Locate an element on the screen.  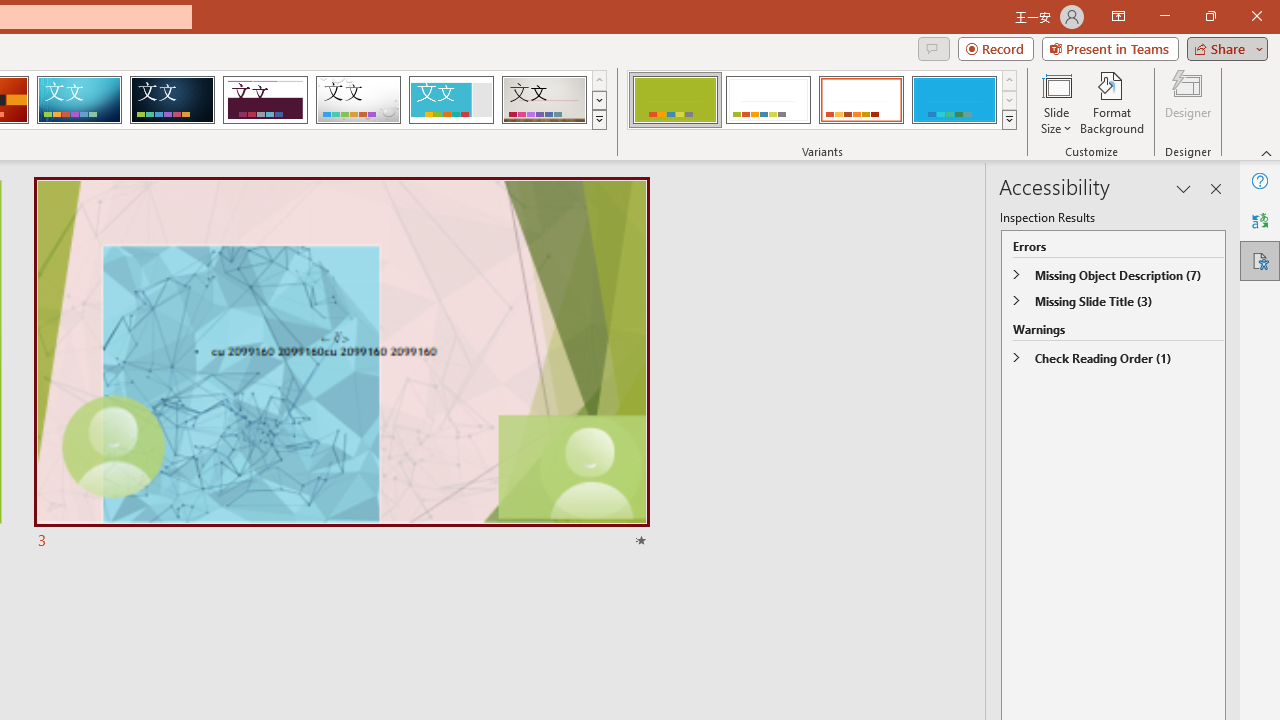
'Themes' is located at coordinates (598, 120).